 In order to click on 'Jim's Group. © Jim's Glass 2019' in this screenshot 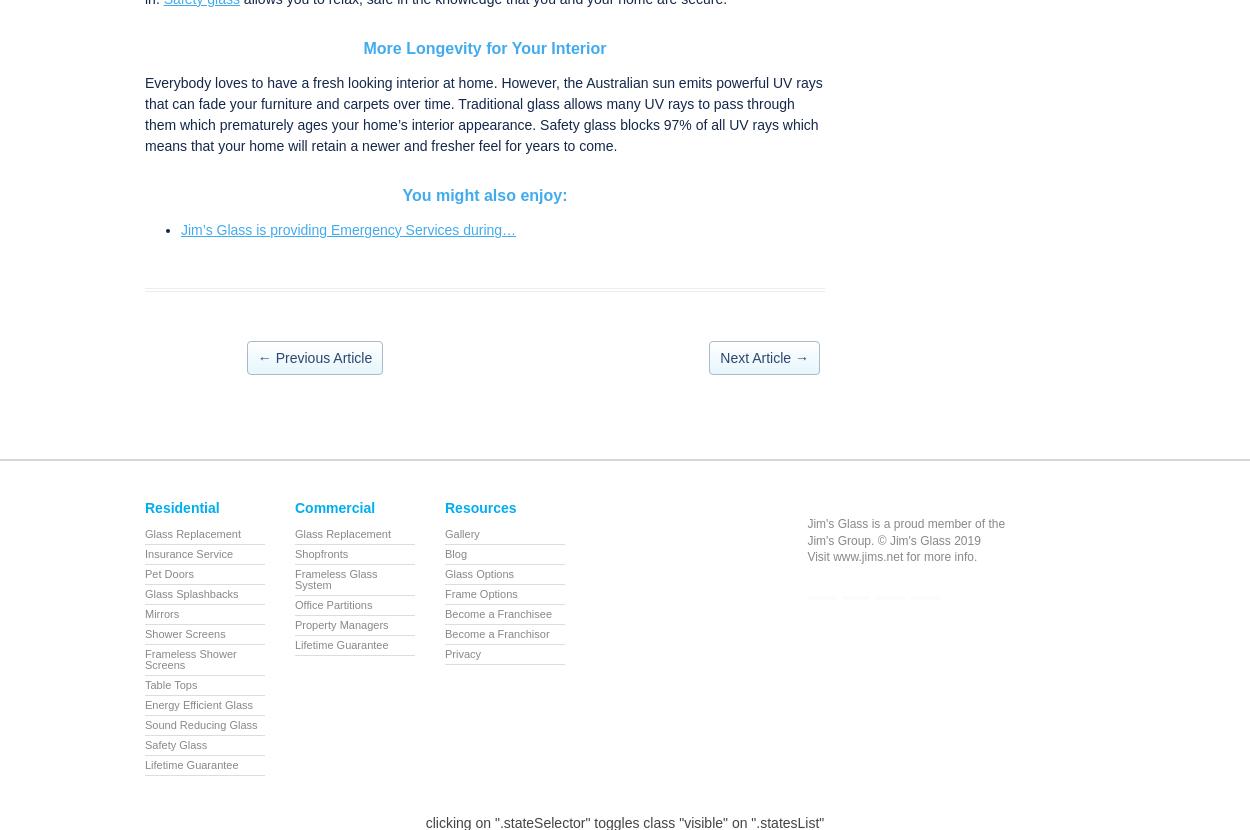, I will do `click(806, 539)`.